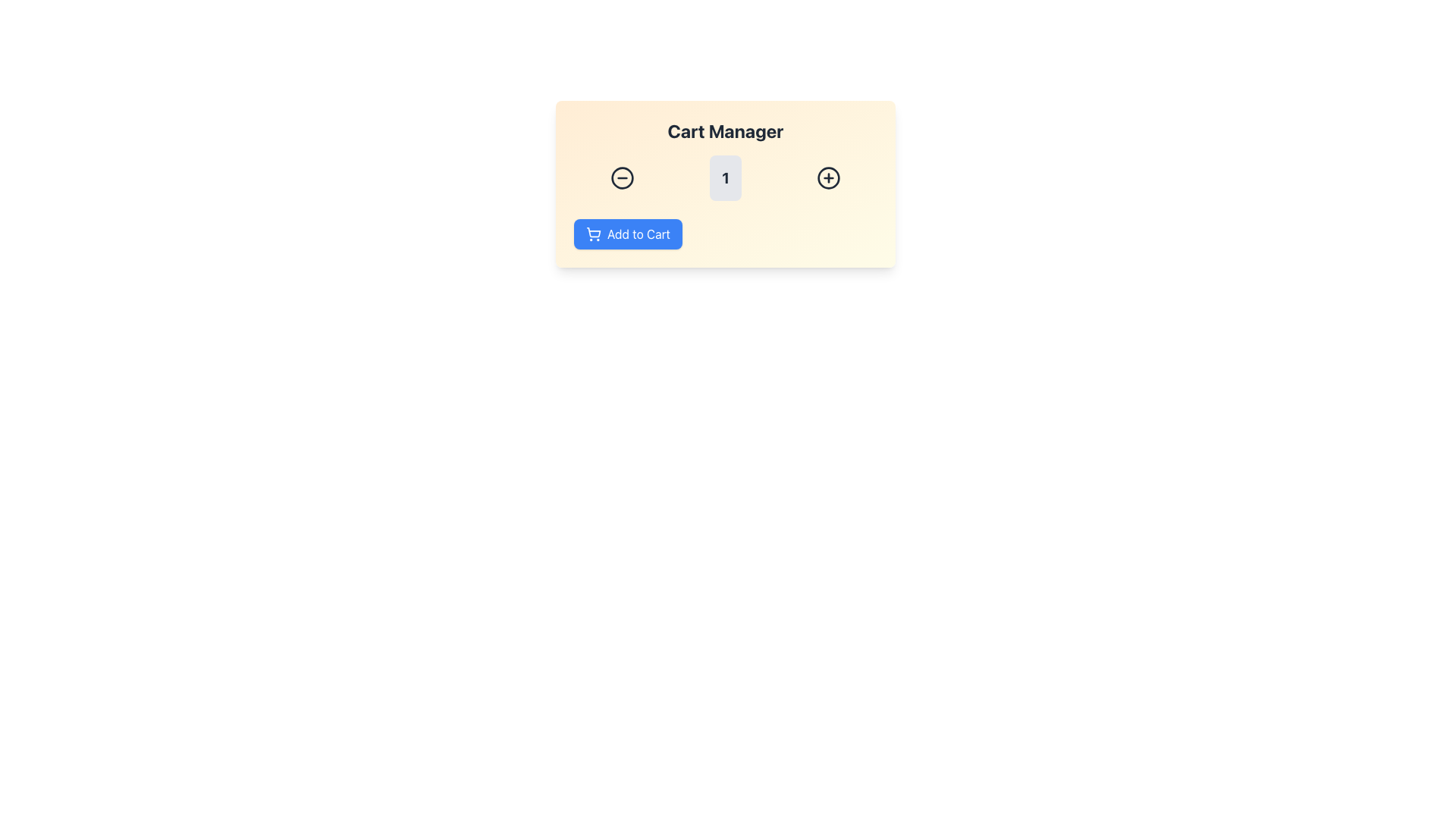 The height and width of the screenshot is (819, 1456). Describe the element at coordinates (628, 234) in the screenshot. I see `the 'Add to Cart' button, which is a blue rectangular button with rounded corners and white text, located in the lower-left region of the 'Cart Manager' UI component` at that location.